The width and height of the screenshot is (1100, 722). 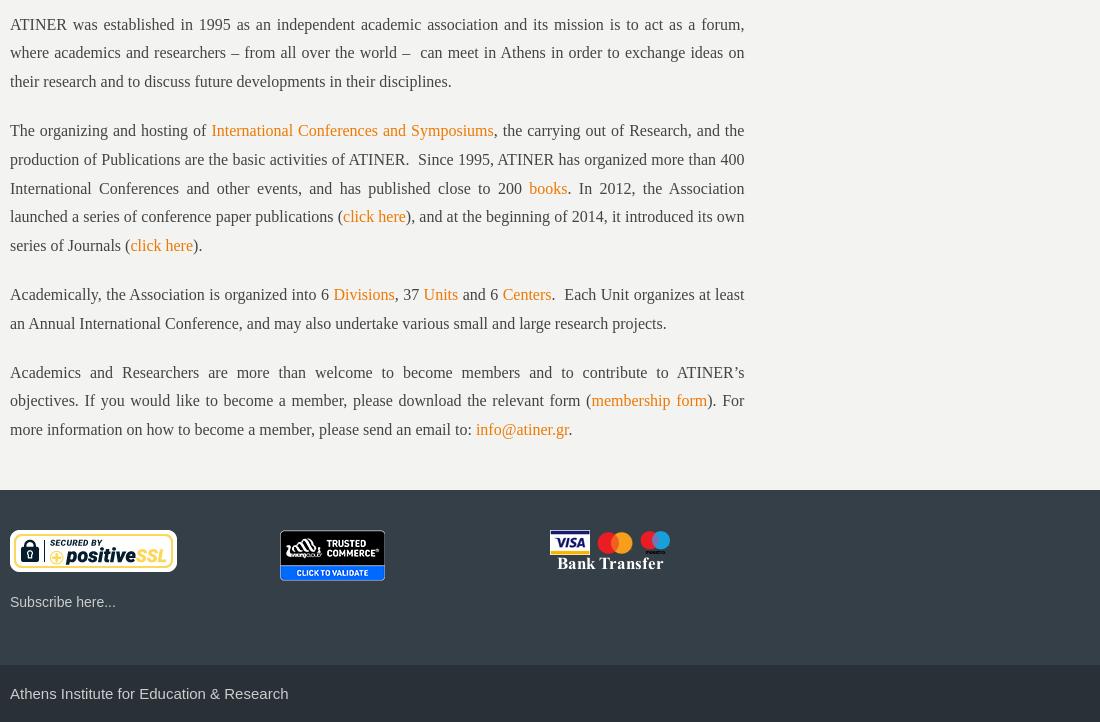 What do you see at coordinates (649, 400) in the screenshot?
I see `'membership form'` at bounding box center [649, 400].